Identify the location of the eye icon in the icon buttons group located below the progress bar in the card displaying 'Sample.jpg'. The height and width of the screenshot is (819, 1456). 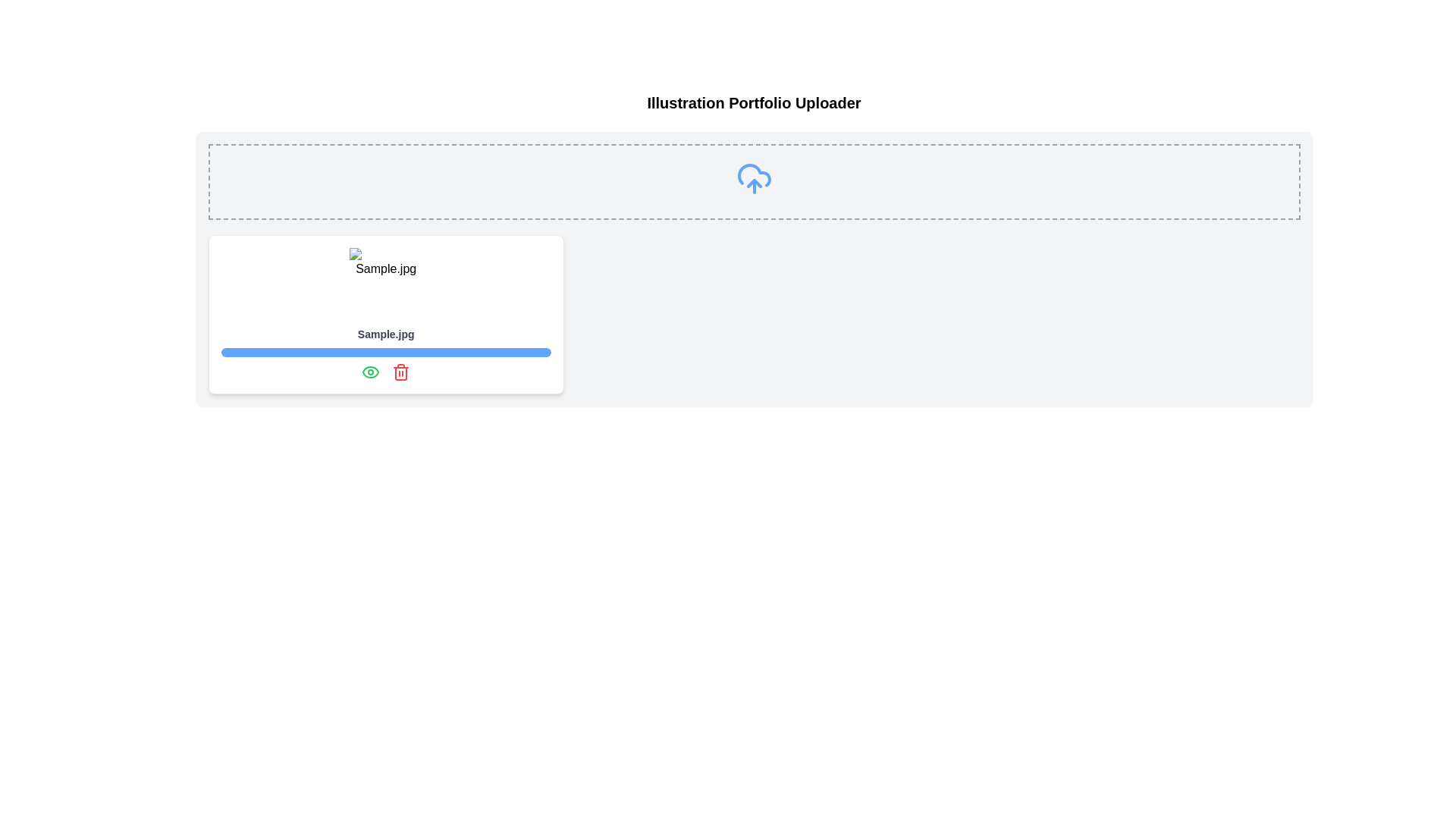
(386, 372).